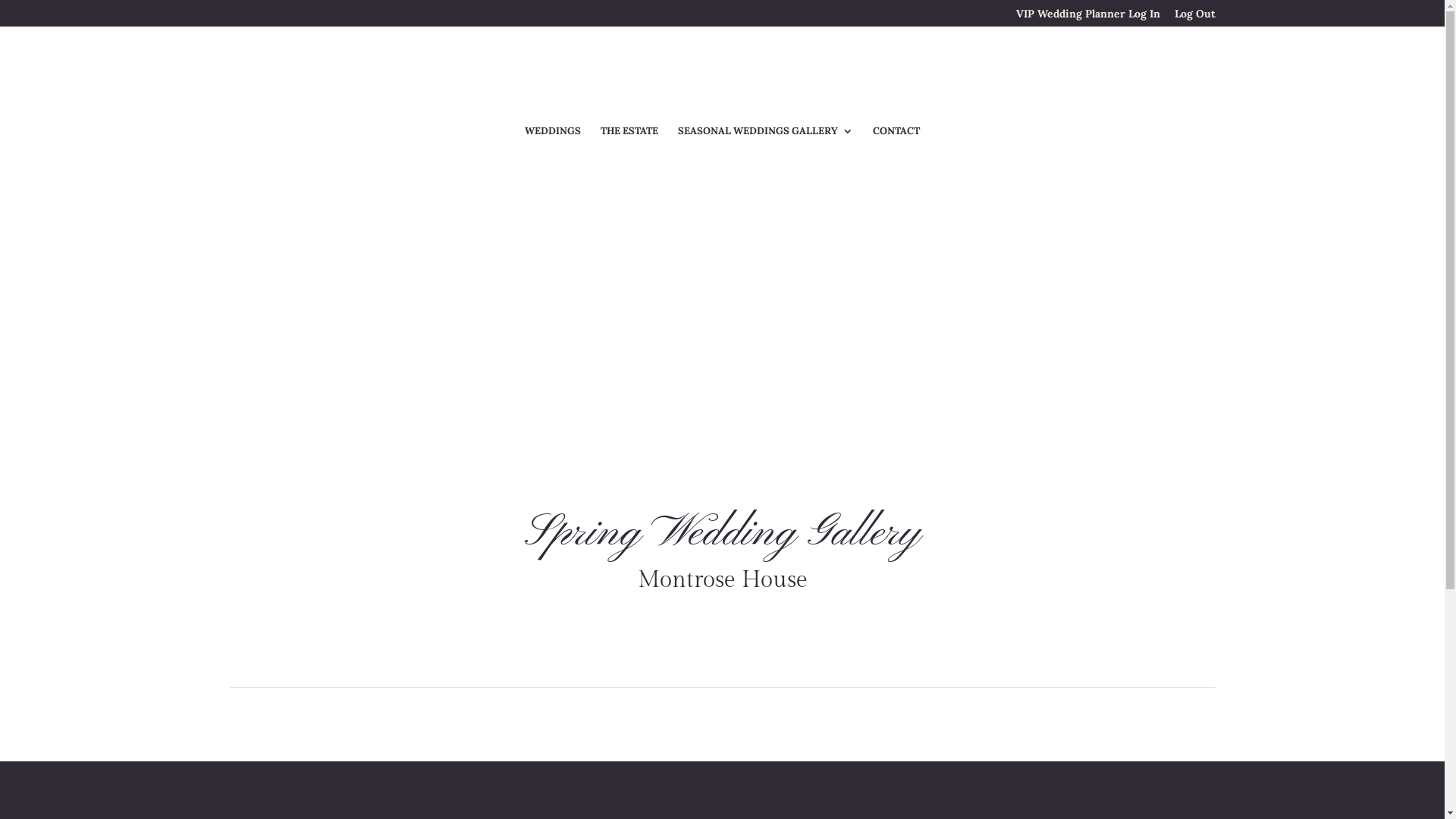 This screenshot has width=1456, height=819. I want to click on 'SEASONAL WEDDINGS GALLERY', so click(765, 140).